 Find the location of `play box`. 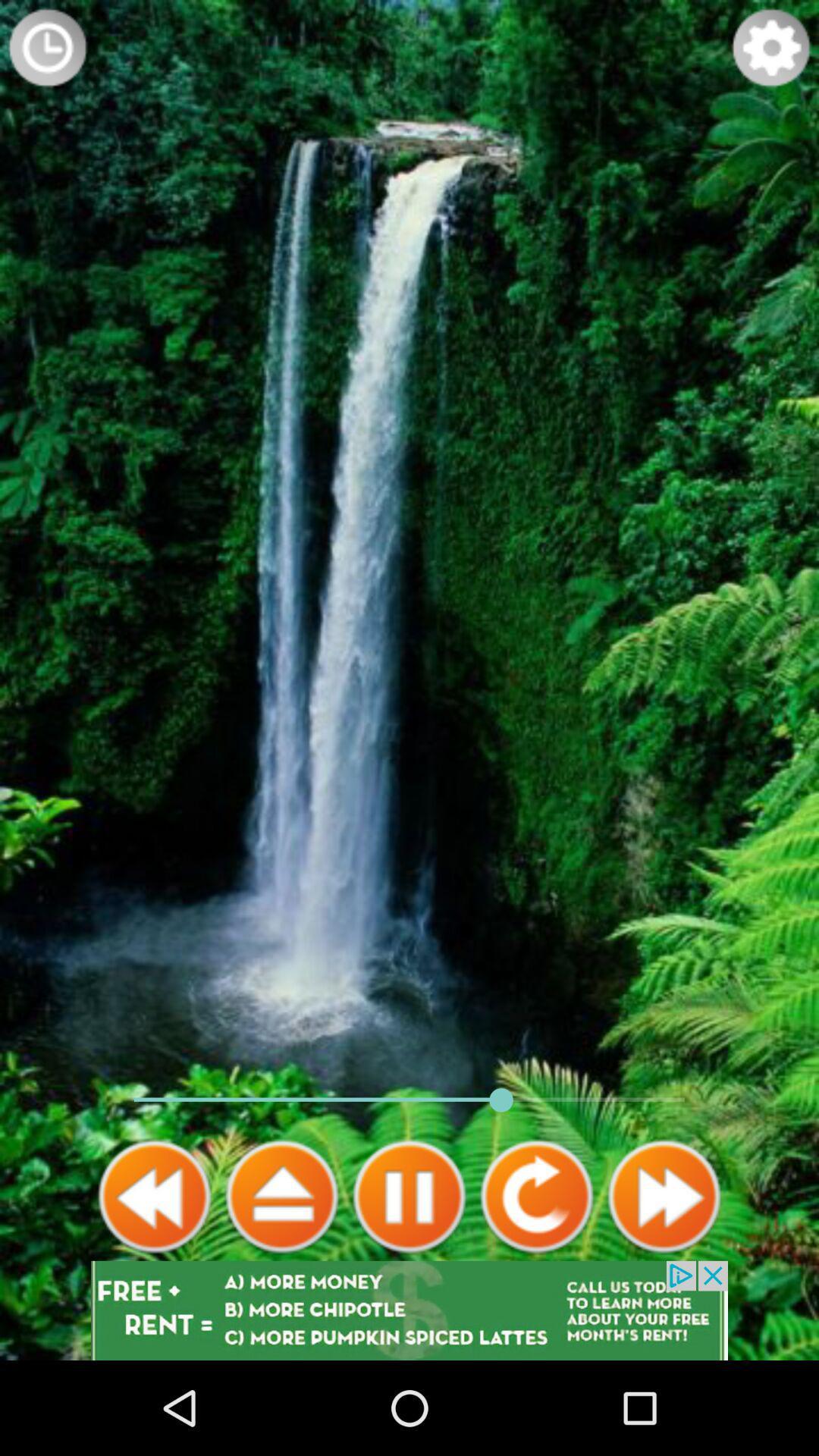

play box is located at coordinates (281, 1196).